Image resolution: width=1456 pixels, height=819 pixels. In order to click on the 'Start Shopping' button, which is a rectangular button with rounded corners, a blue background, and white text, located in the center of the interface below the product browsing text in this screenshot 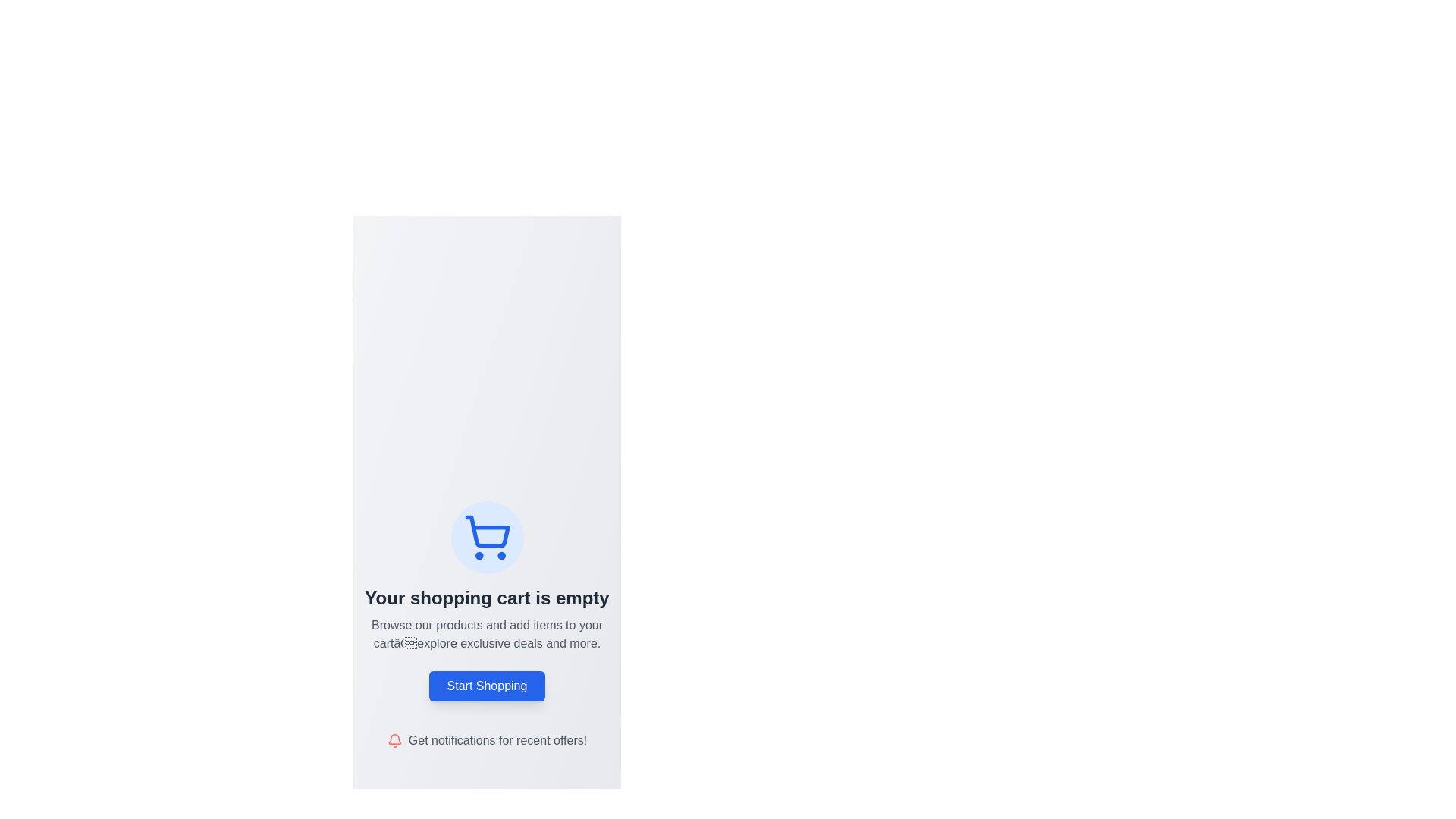, I will do `click(487, 686)`.